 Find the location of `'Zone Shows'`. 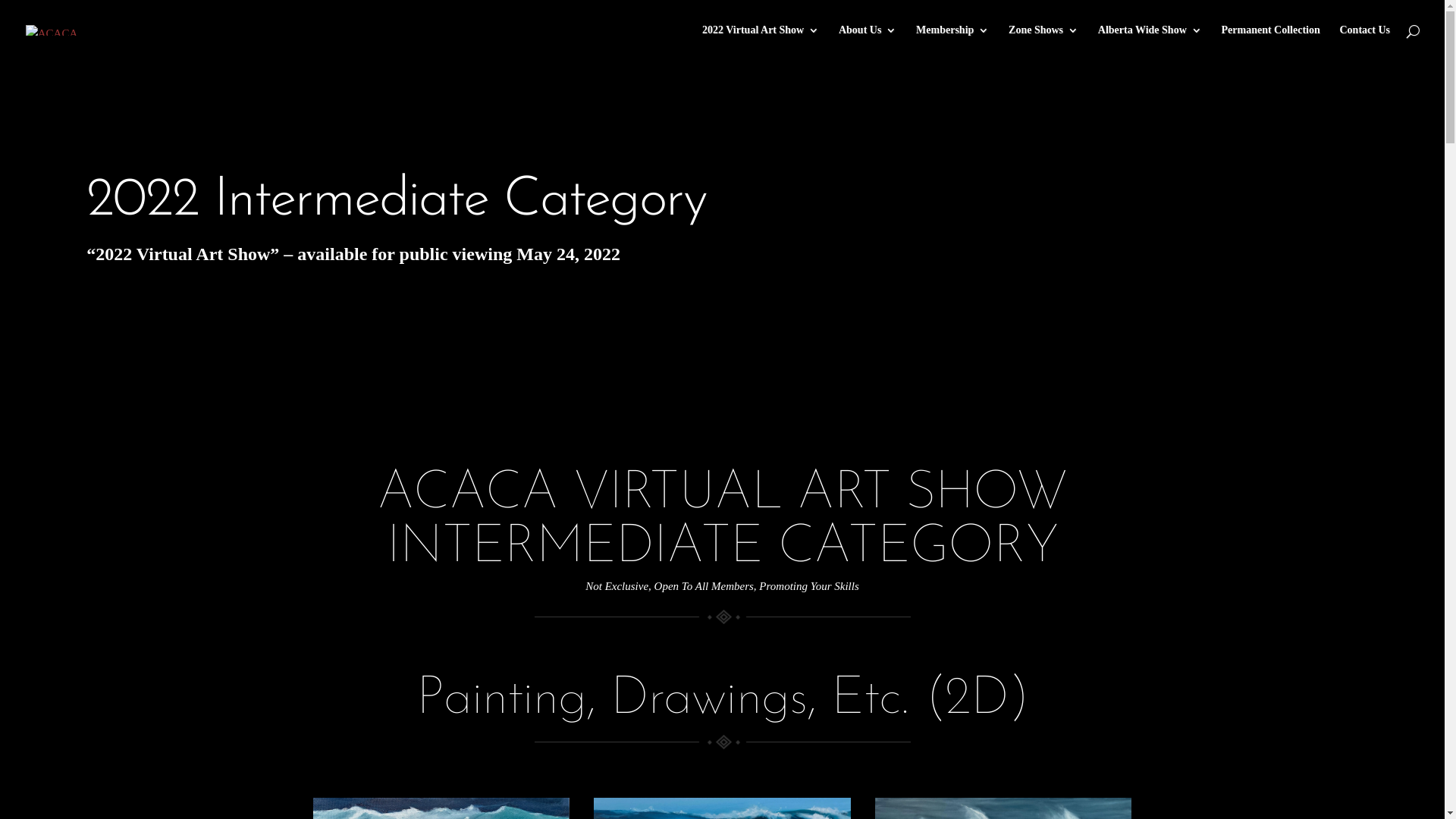

'Zone Shows' is located at coordinates (1043, 42).